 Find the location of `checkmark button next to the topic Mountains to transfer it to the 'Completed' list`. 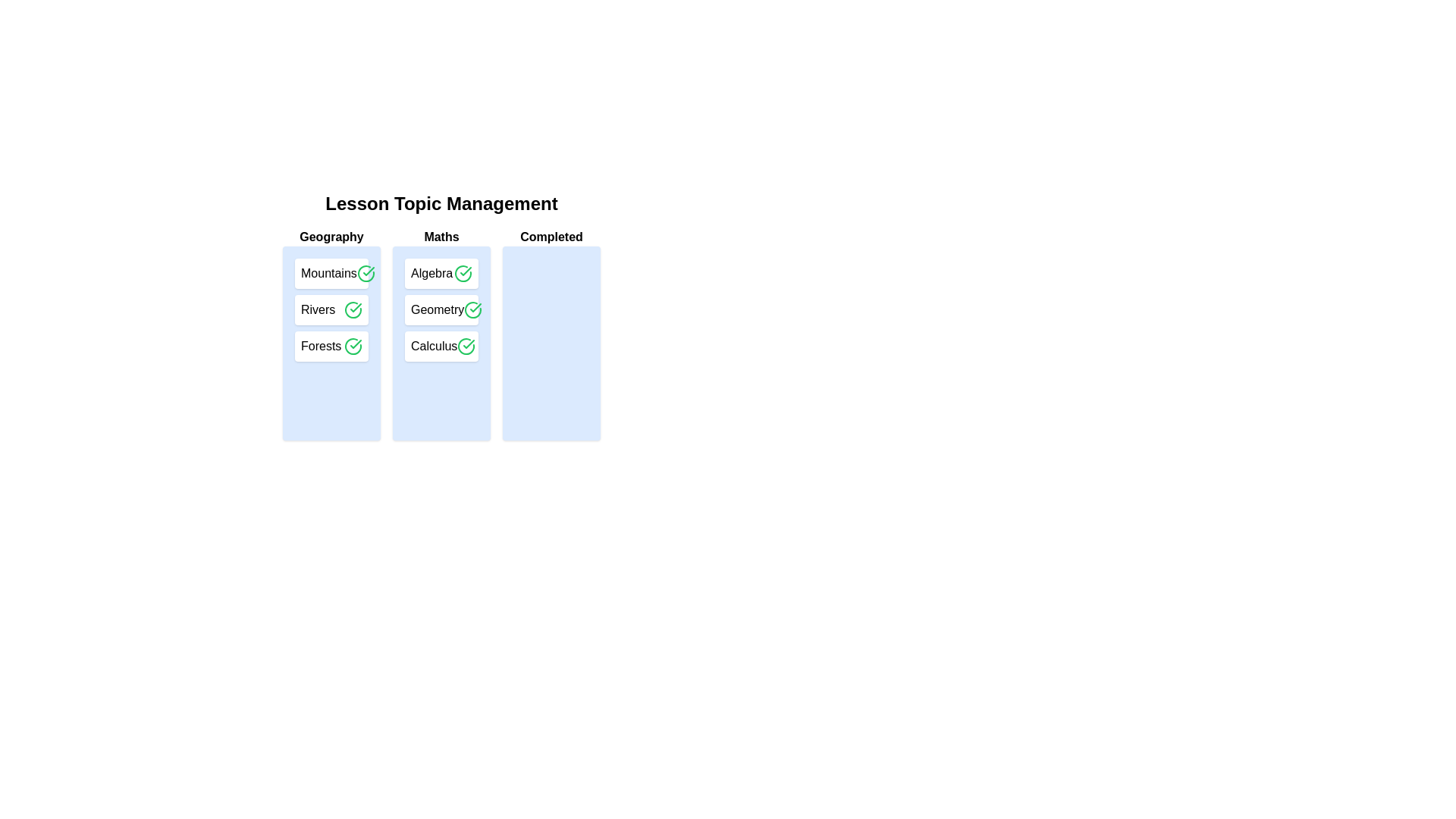

checkmark button next to the topic Mountains to transfer it to the 'Completed' list is located at coordinates (366, 274).